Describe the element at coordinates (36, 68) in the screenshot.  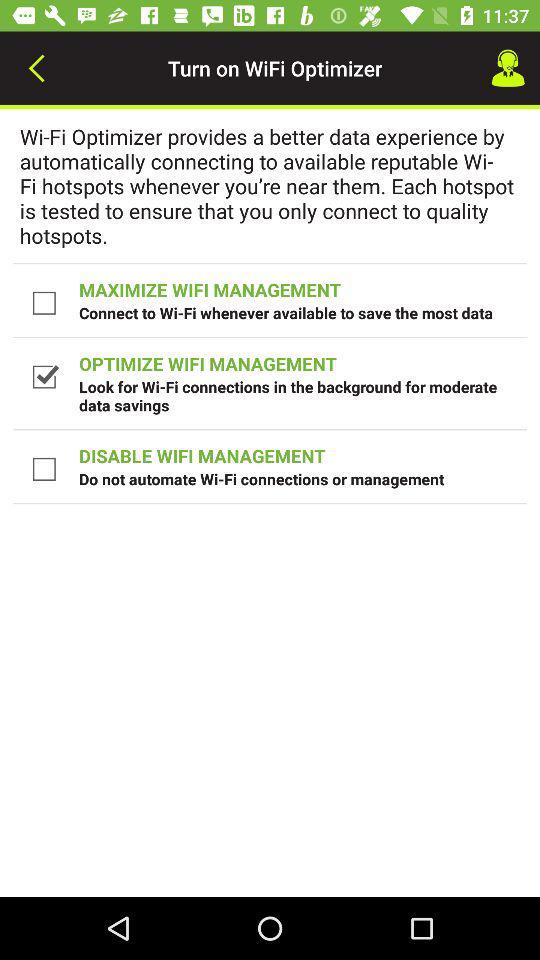
I see `the item next to the turn on wifi icon` at that location.